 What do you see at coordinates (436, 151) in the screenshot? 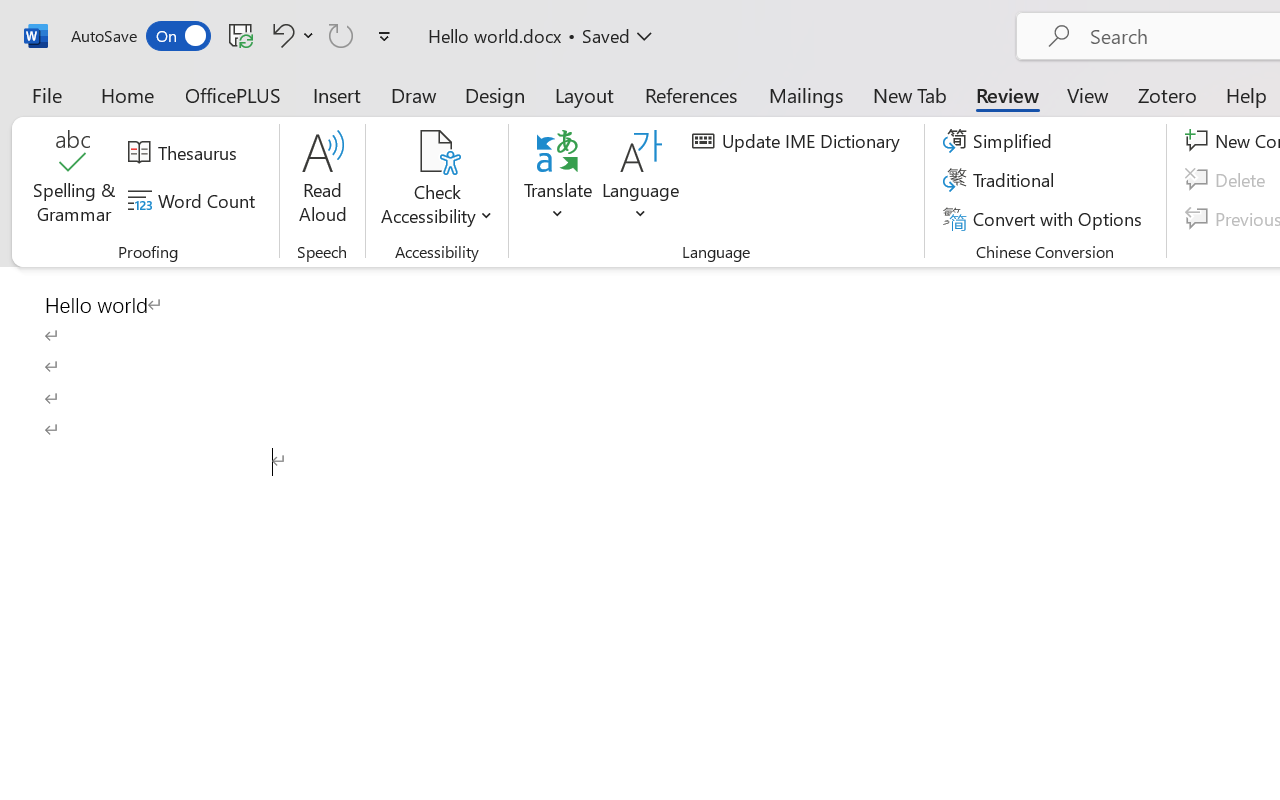
I see `'Check Accessibility'` at bounding box center [436, 151].